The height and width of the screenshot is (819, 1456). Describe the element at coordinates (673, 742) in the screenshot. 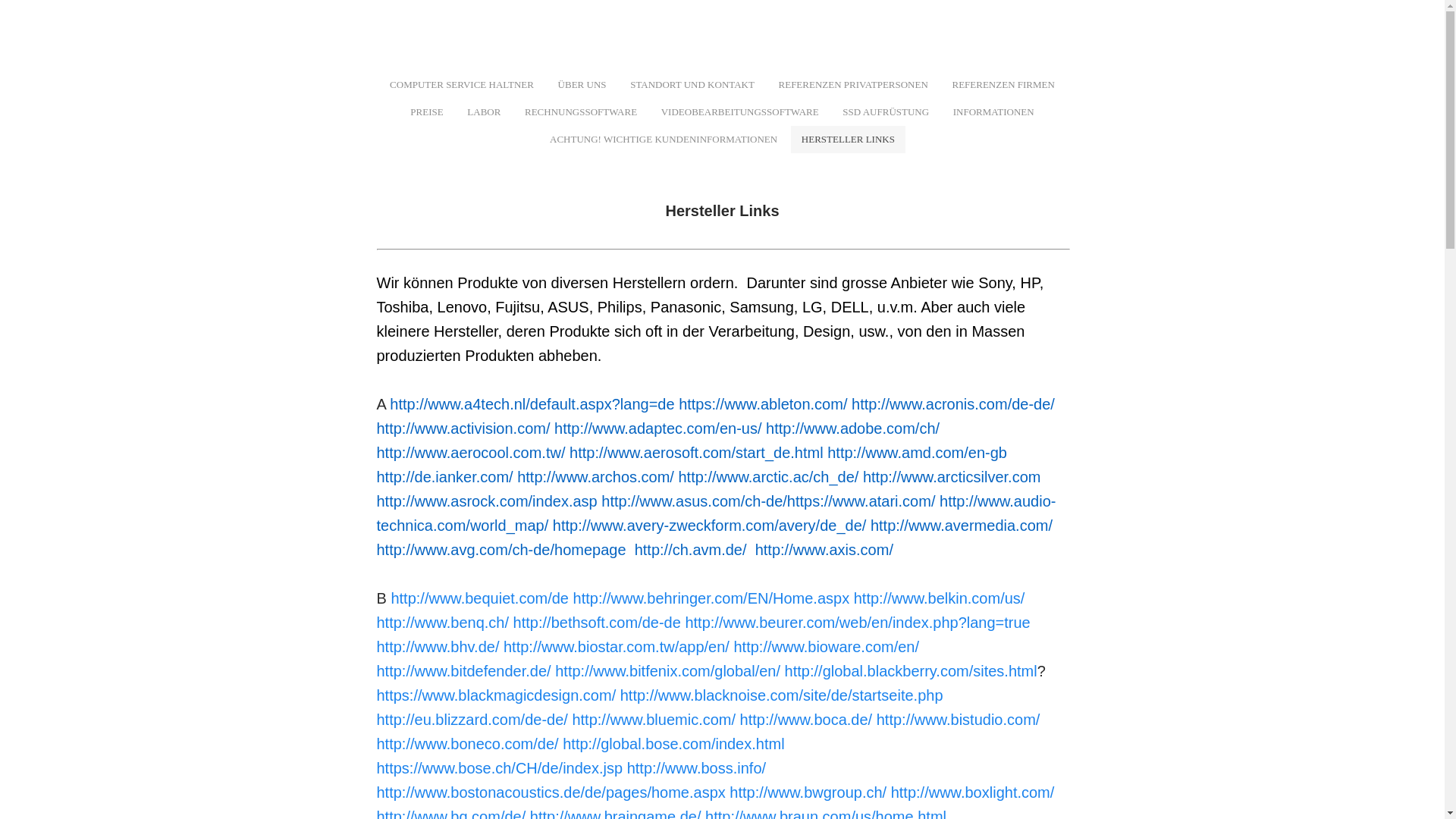

I see `'http://global.bose.com/index.html'` at that location.